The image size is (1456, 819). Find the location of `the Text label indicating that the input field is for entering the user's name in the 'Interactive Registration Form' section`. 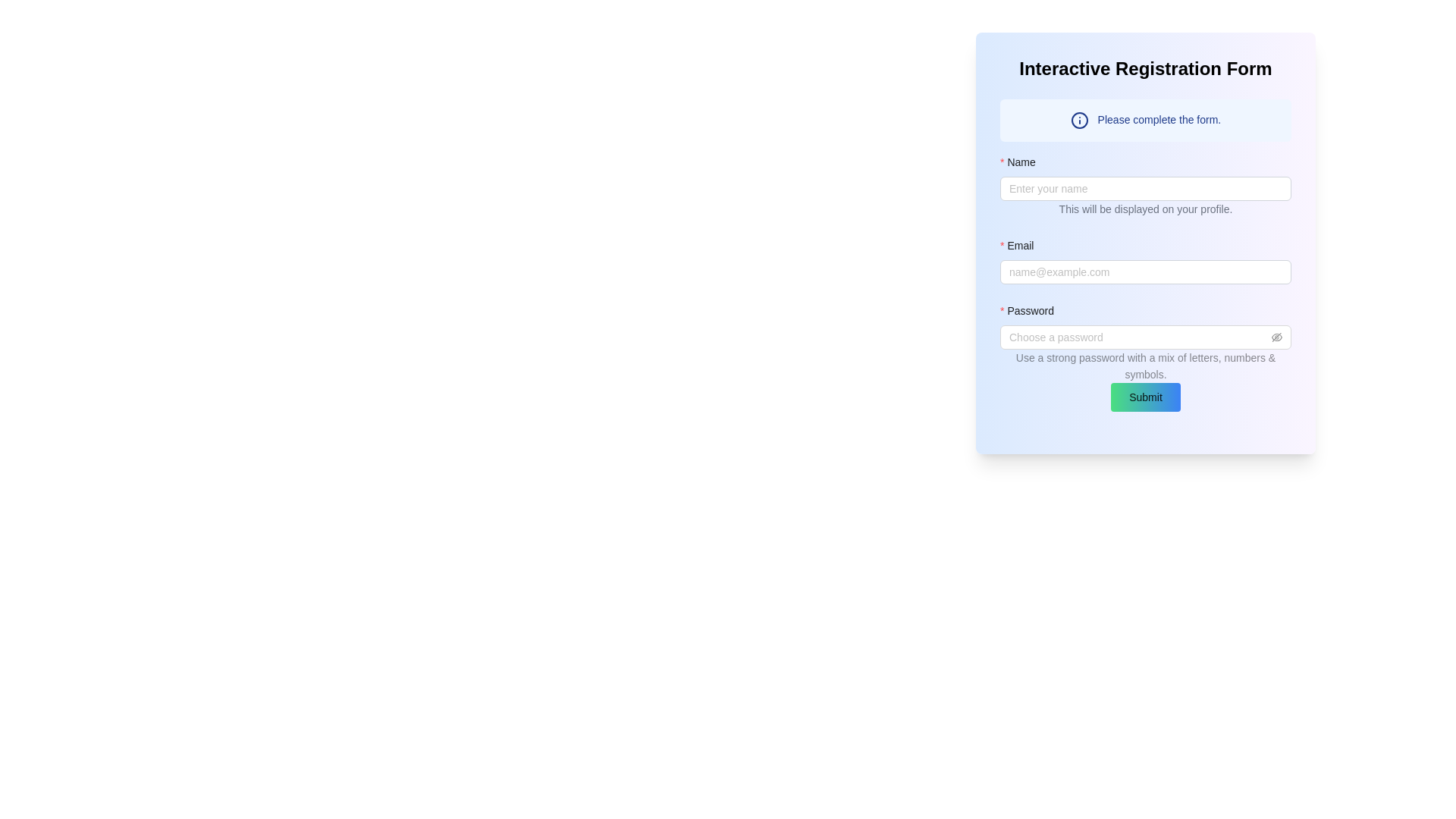

the Text label indicating that the input field is for entering the user's name in the 'Interactive Registration Form' section is located at coordinates (1023, 162).